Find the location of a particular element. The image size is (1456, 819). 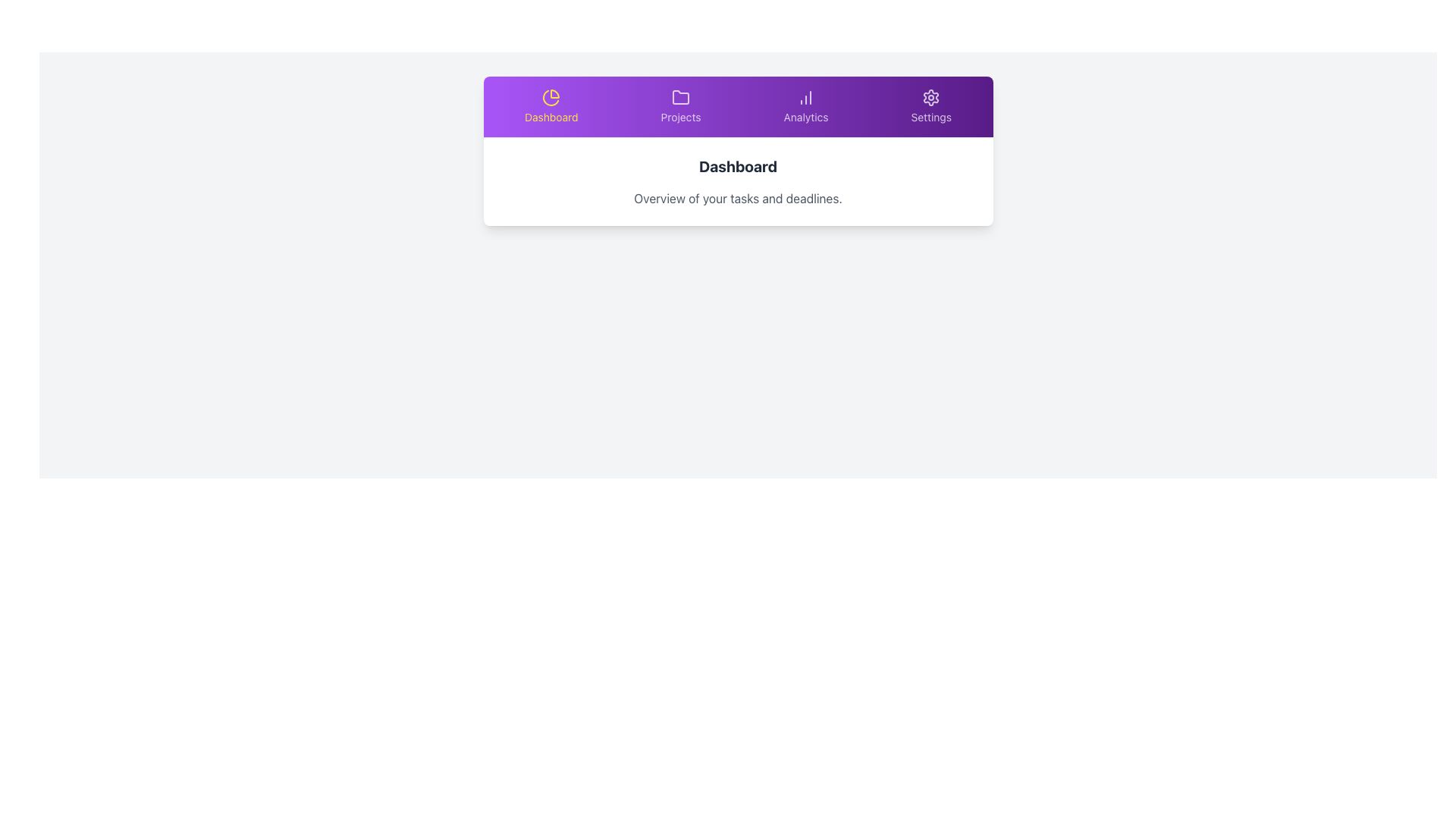

the 'Analytics' icon located in the top navigation bar, which serves as a visual indicator for accessing the Analytics section is located at coordinates (805, 97).